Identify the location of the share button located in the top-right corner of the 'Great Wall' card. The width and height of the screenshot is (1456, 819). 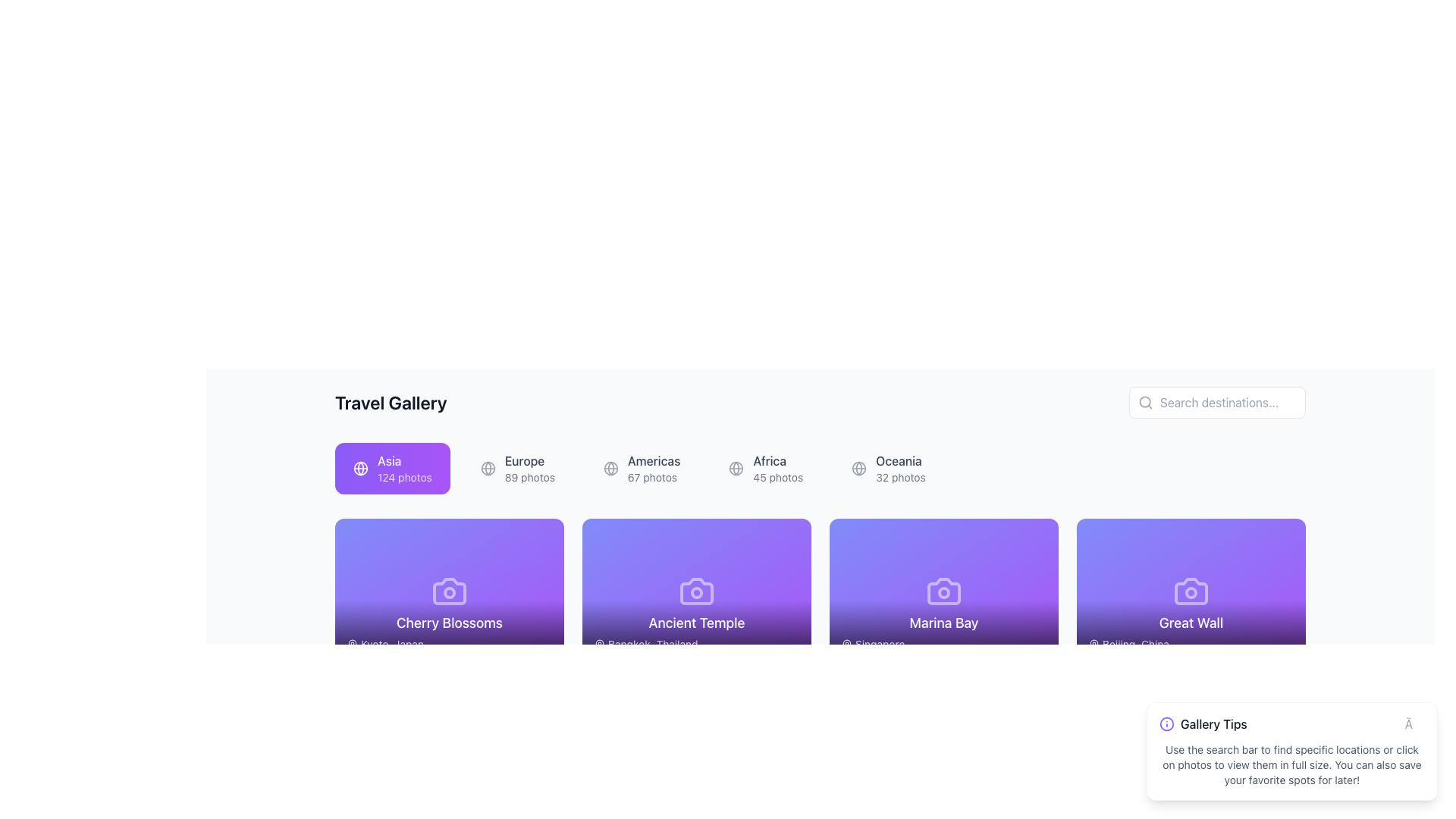
(1248, 543).